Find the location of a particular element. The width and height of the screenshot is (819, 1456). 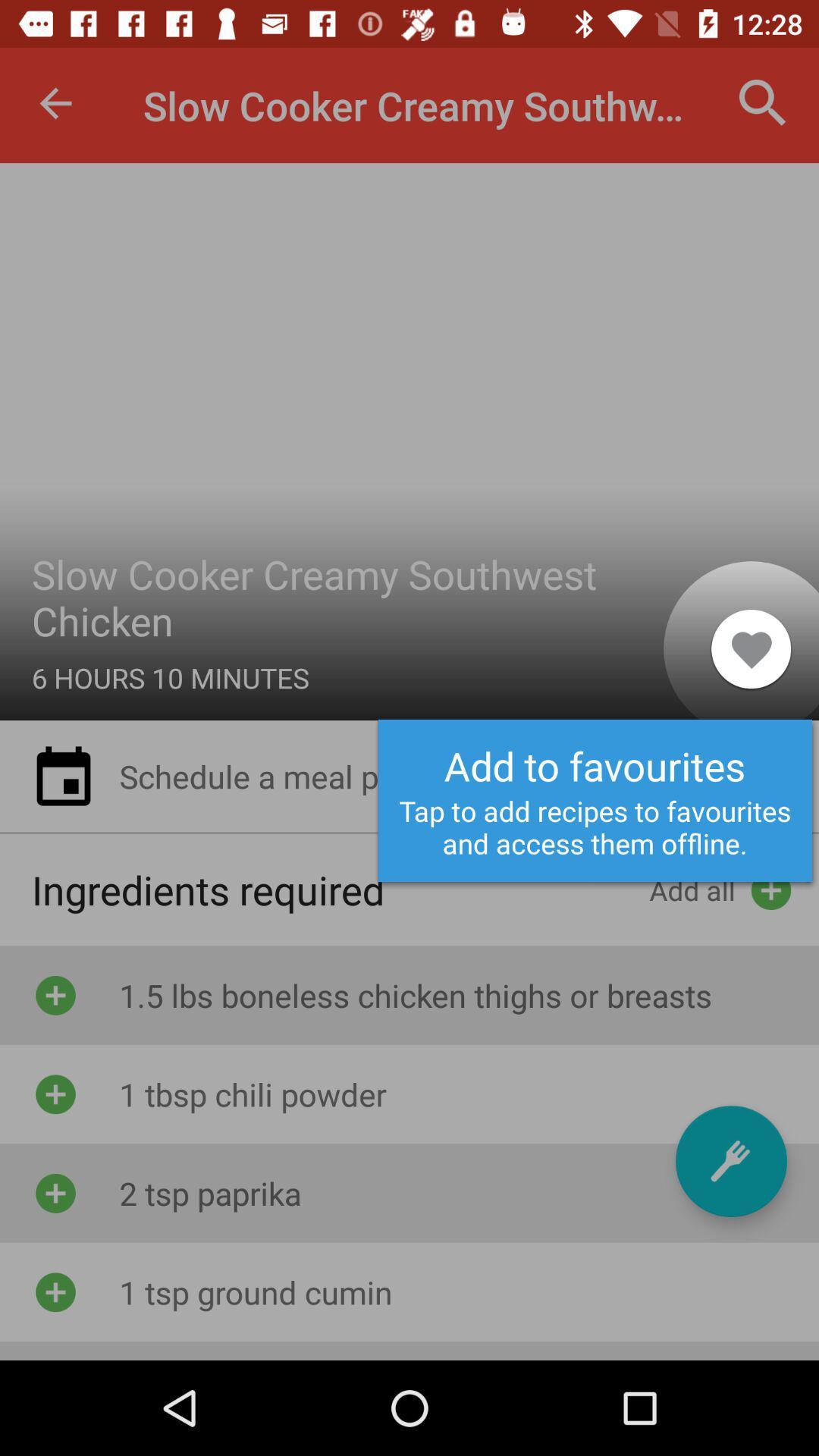

the icon above the 1 tsp ground item is located at coordinates (730, 1160).